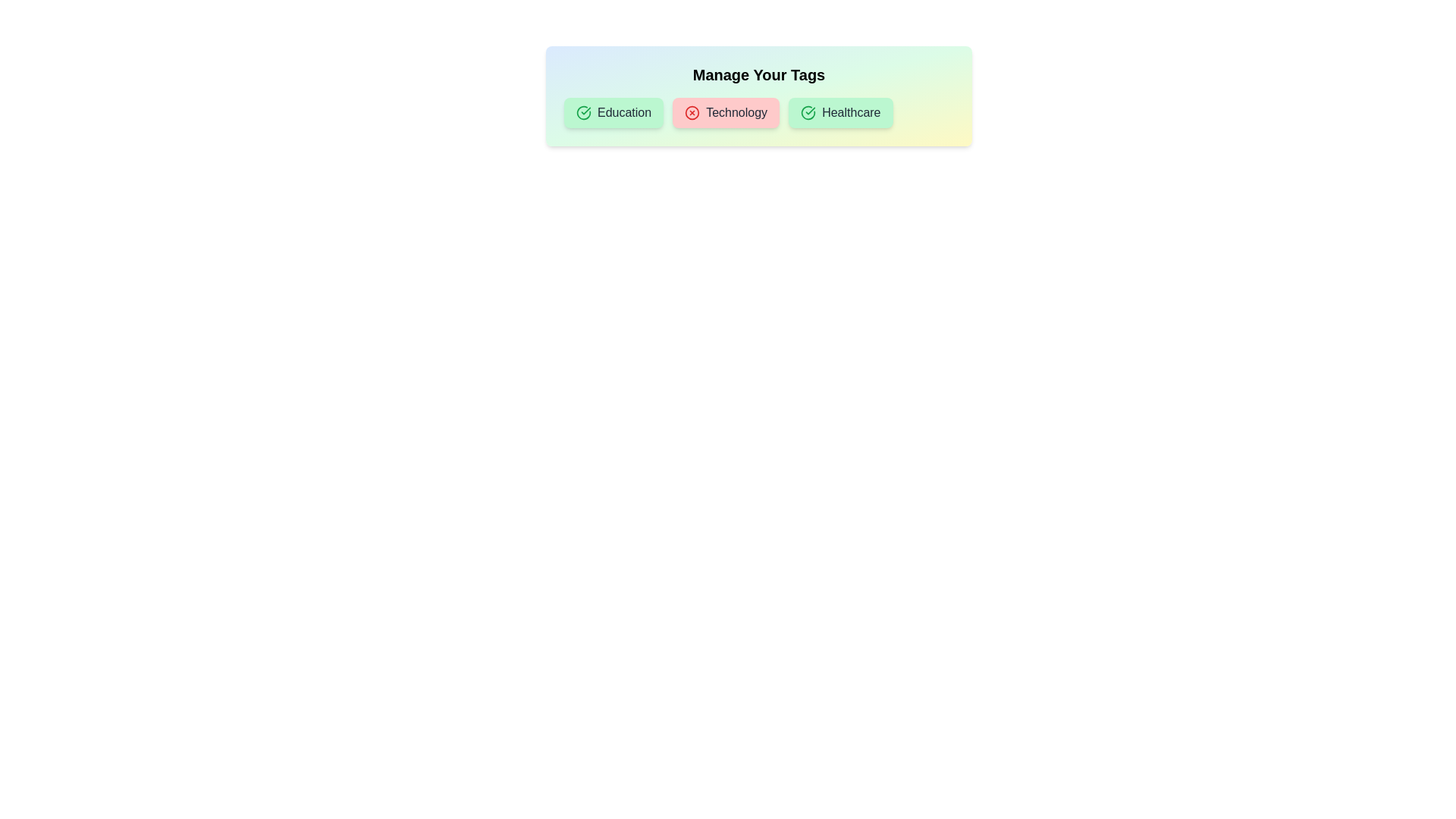  I want to click on the tag labeled Healthcare, so click(839, 112).